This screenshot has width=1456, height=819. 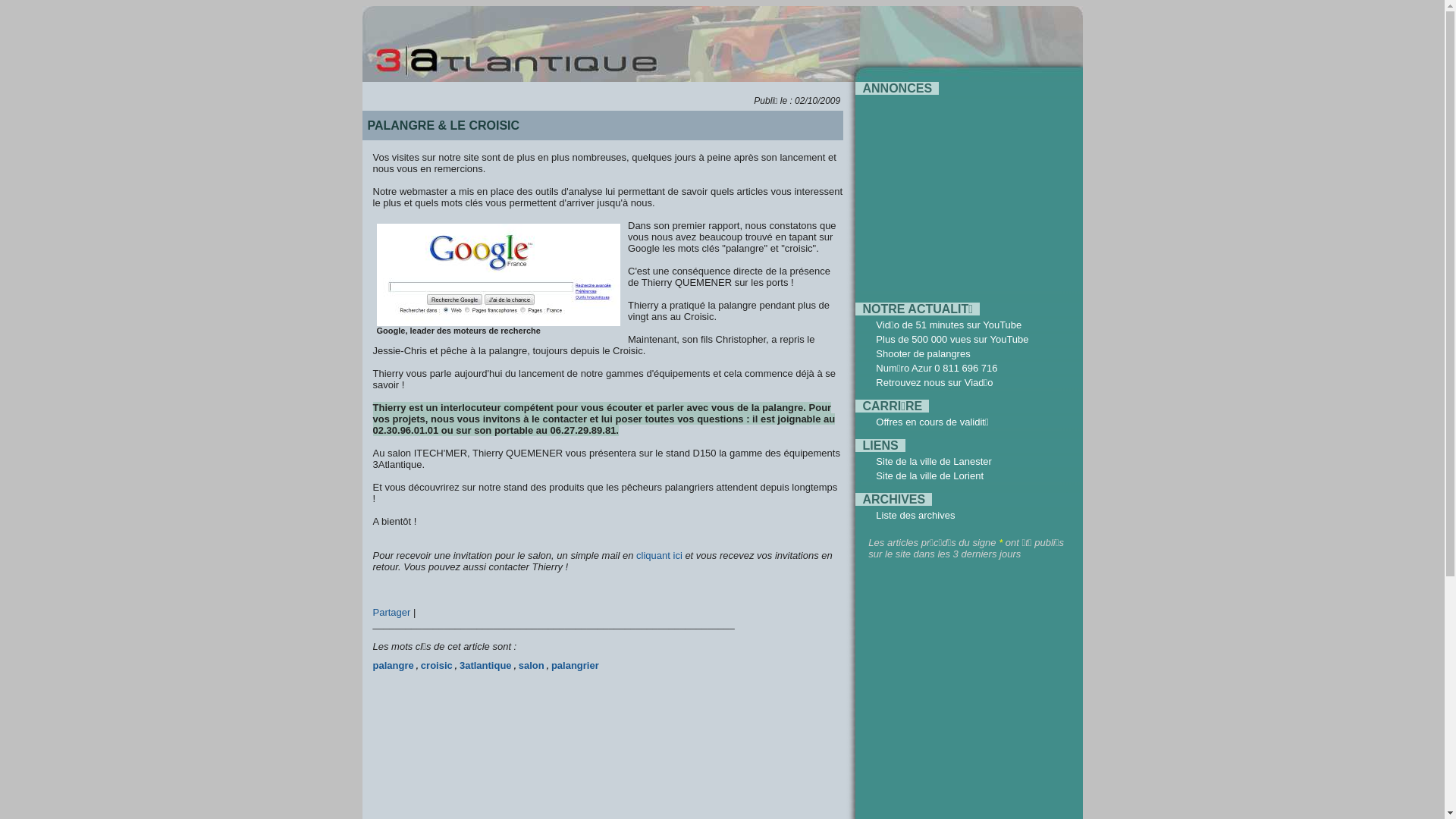 I want to click on 'Advertisement', so click(x=961, y=192).